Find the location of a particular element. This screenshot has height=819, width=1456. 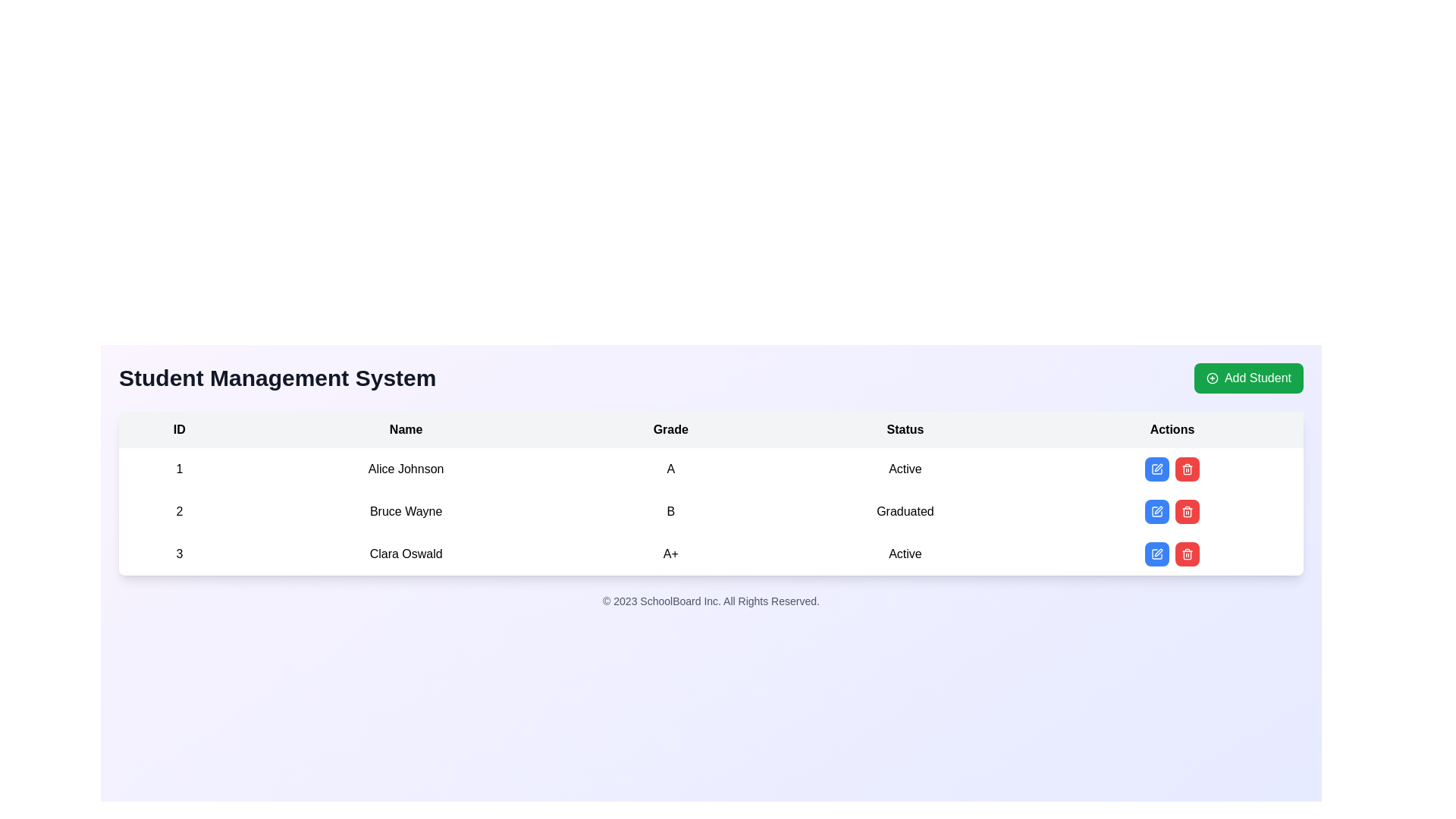

the non-interactive text element displaying the name 'Clara Oswald' in the third row of the table under the 'Name' column is located at coordinates (406, 554).